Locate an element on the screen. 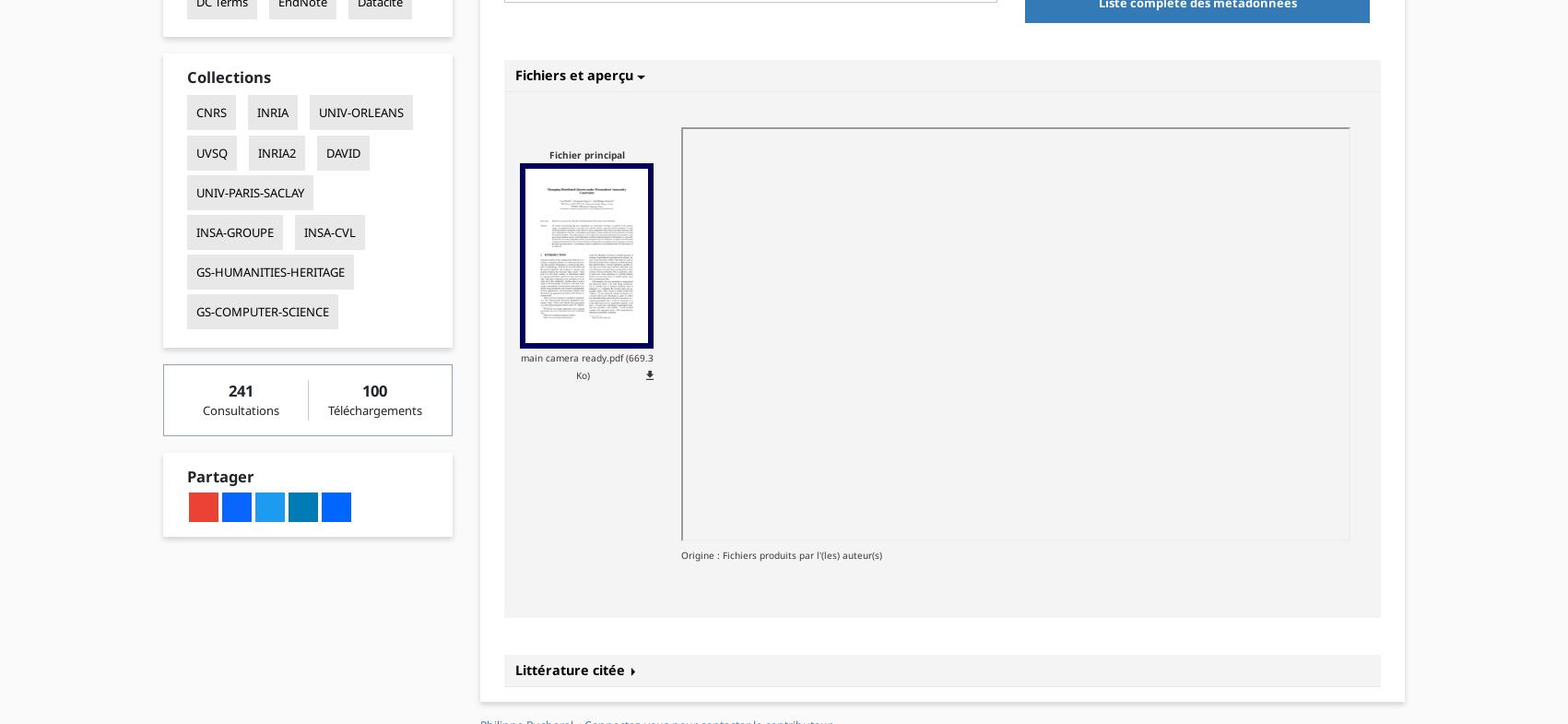  'Fichiers et aperçu' is located at coordinates (573, 74).